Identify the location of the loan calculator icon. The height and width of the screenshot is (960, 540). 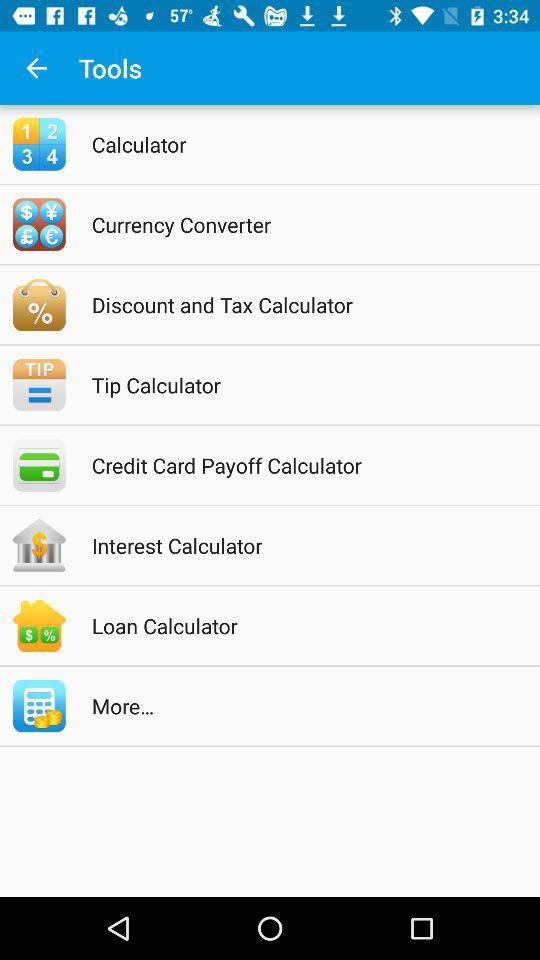
(295, 624).